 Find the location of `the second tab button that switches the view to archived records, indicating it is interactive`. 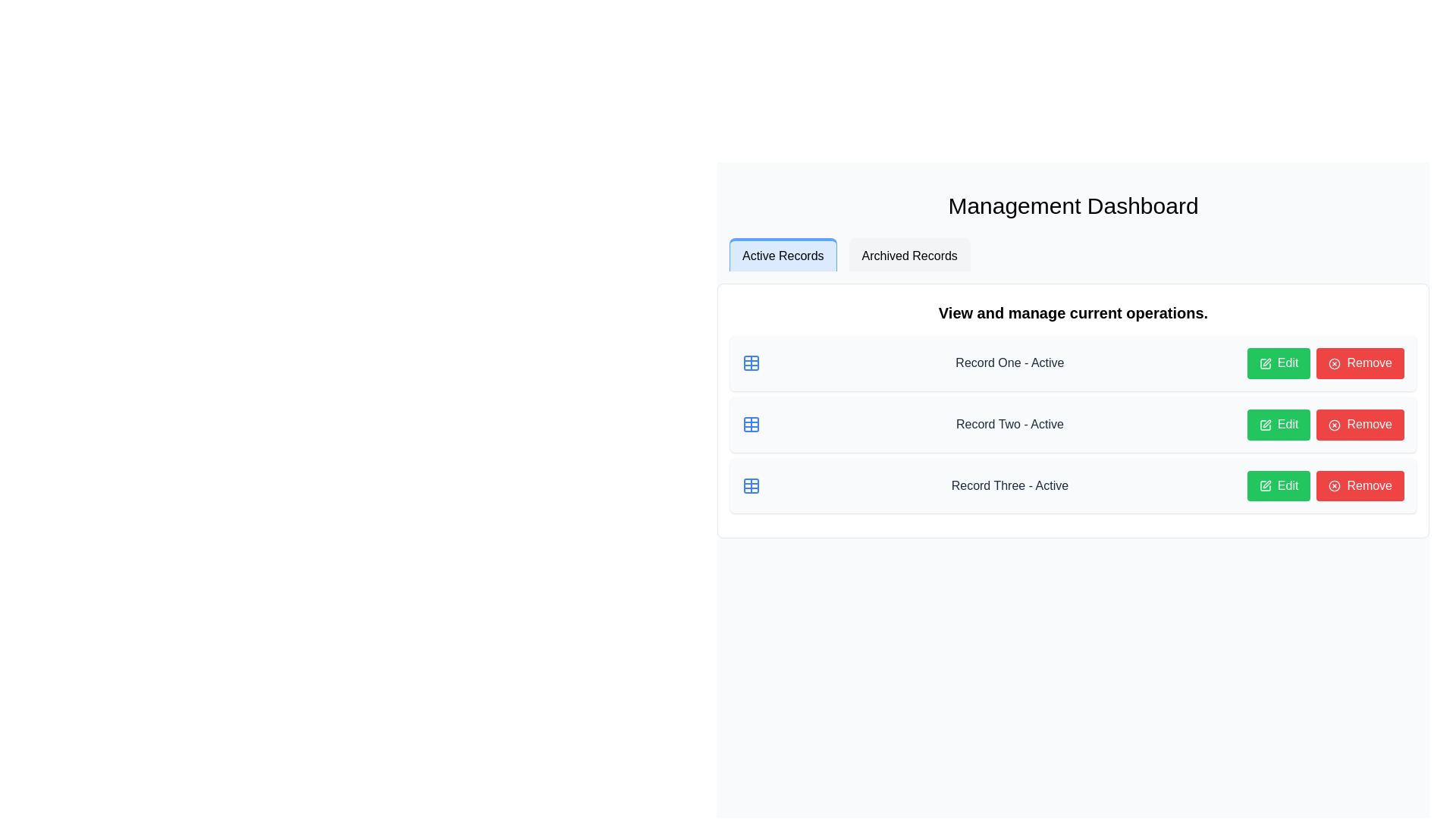

the second tab button that switches the view to archived records, indicating it is interactive is located at coordinates (909, 253).